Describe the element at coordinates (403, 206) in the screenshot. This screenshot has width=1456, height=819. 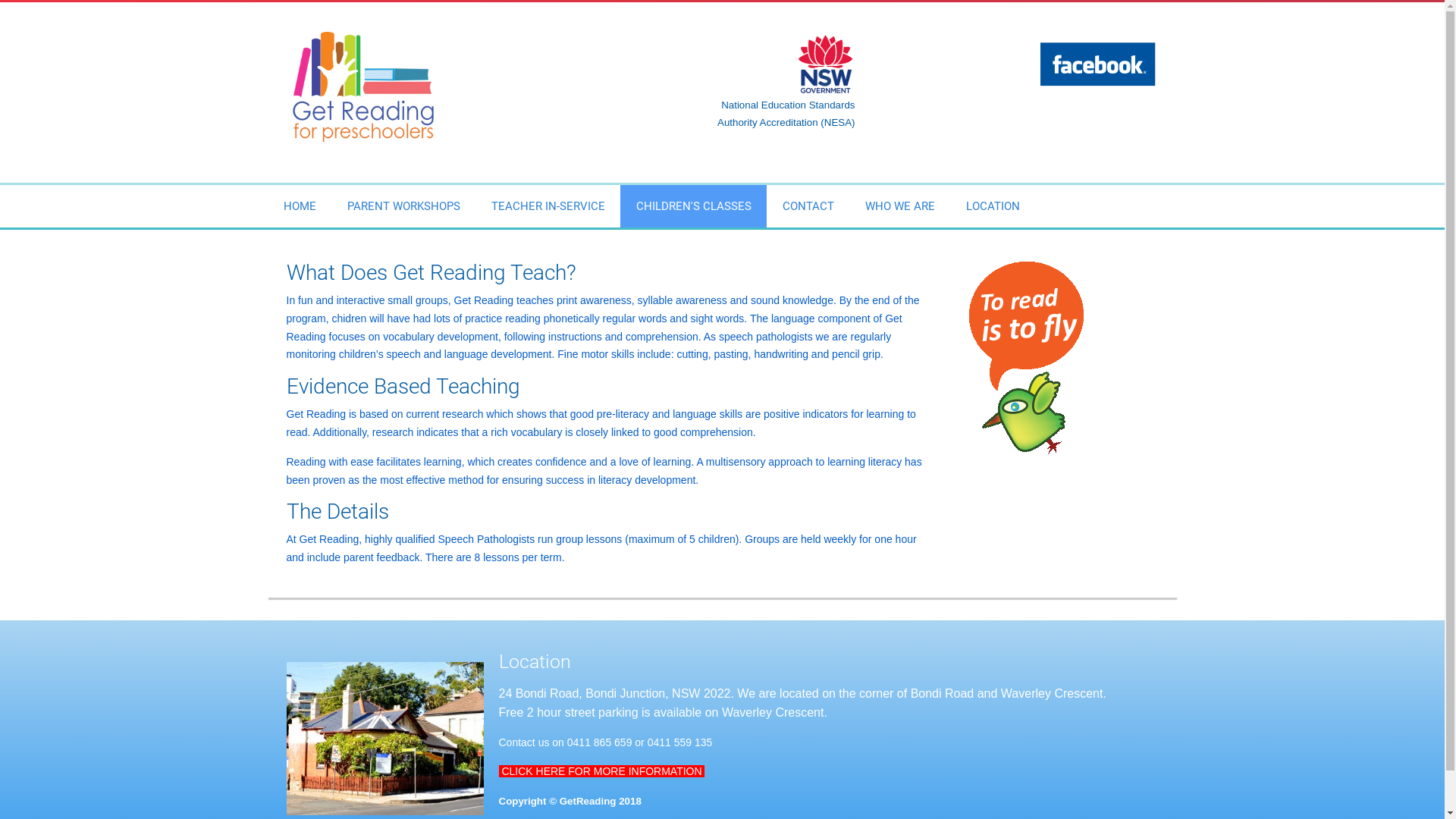
I see `'PARENT WORKSHOPS'` at that location.